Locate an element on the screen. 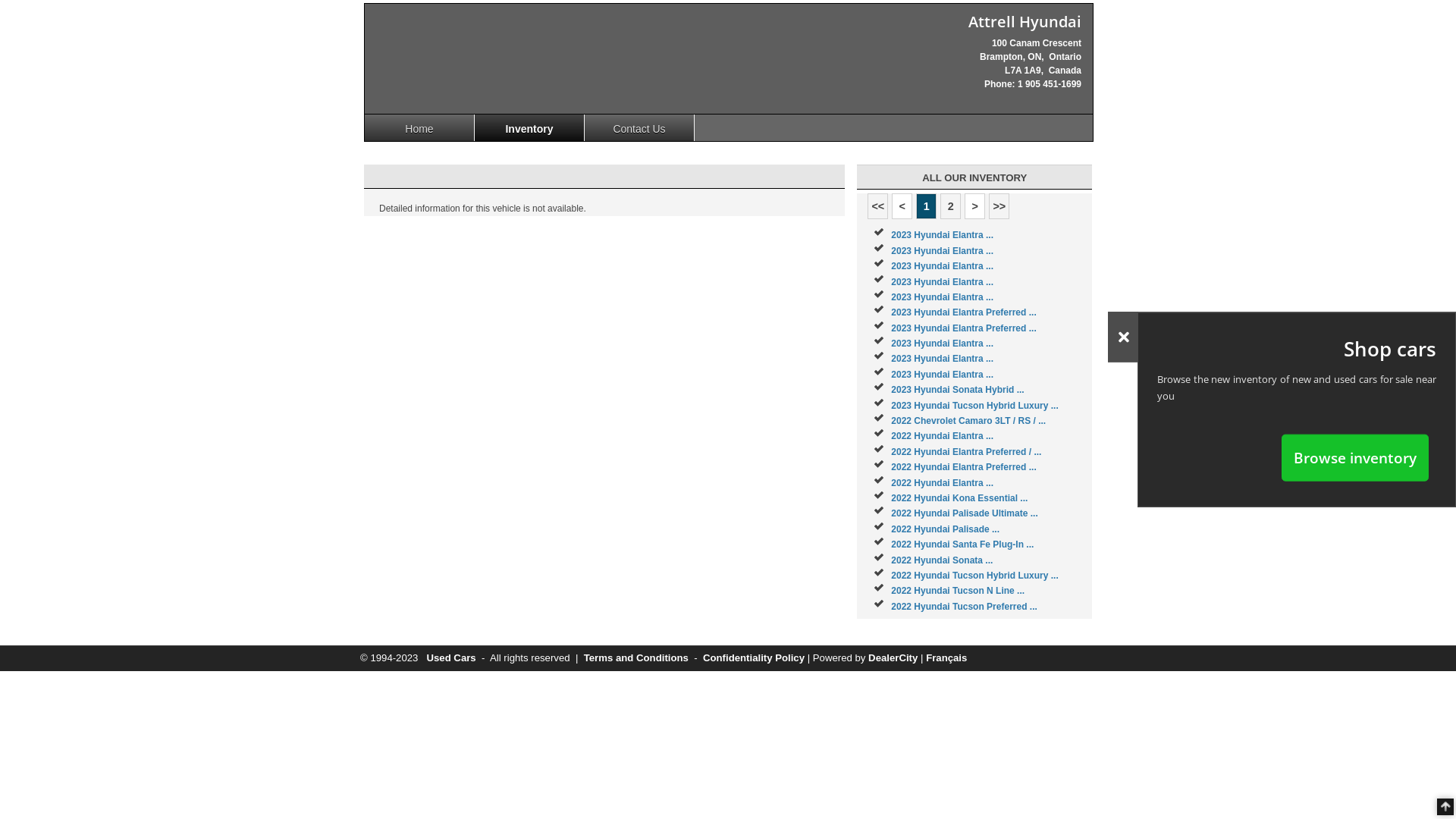  '<' is located at coordinates (902, 206).